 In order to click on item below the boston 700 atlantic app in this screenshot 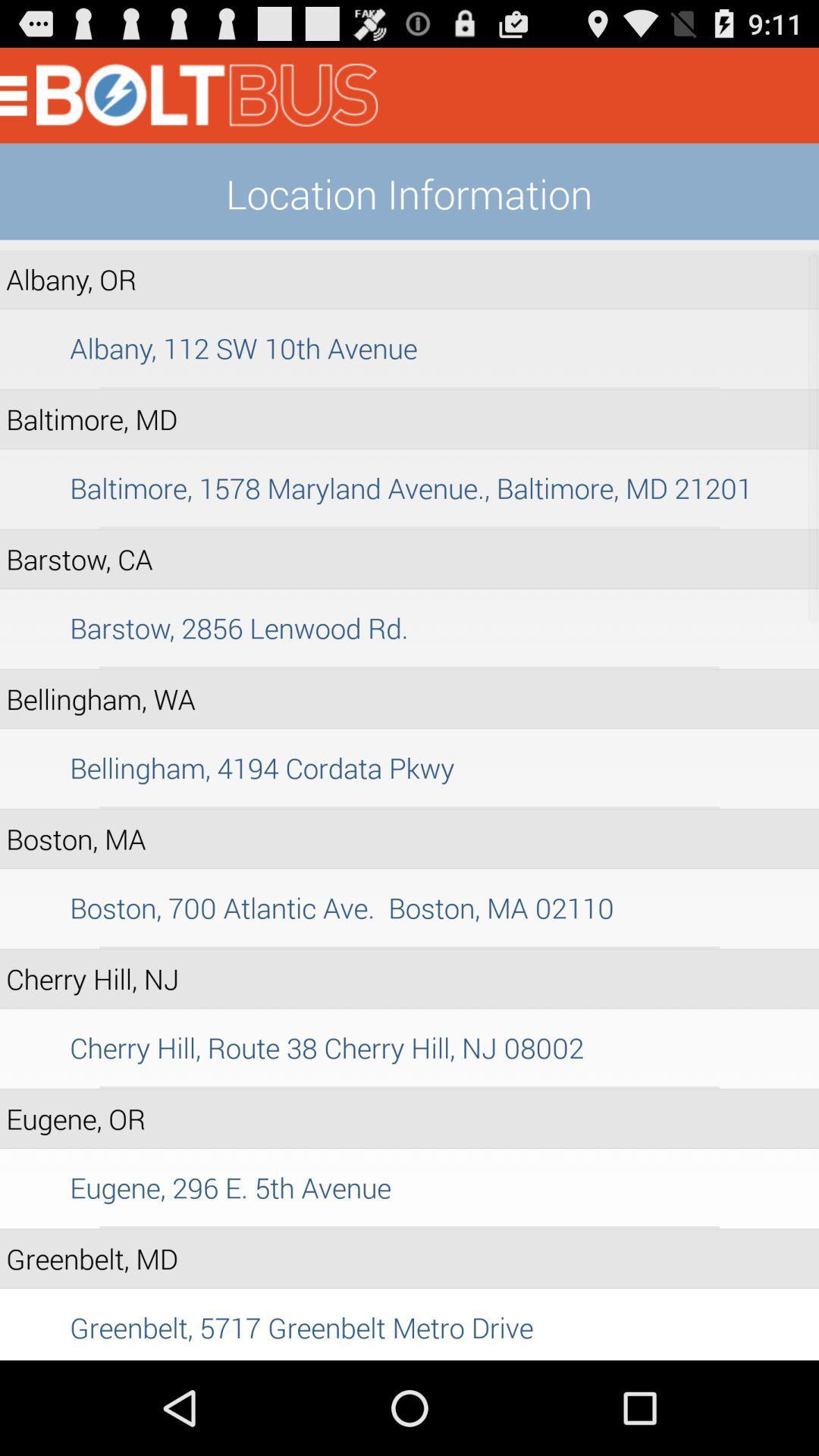, I will do `click(409, 946)`.